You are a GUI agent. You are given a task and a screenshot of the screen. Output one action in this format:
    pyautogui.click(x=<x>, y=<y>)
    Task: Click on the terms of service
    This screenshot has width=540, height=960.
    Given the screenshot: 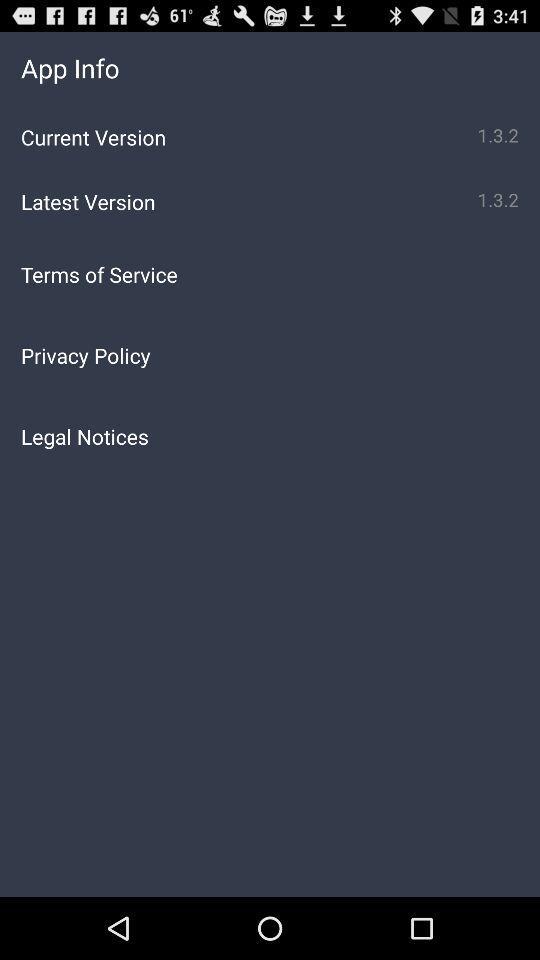 What is the action you would take?
    pyautogui.click(x=270, y=273)
    